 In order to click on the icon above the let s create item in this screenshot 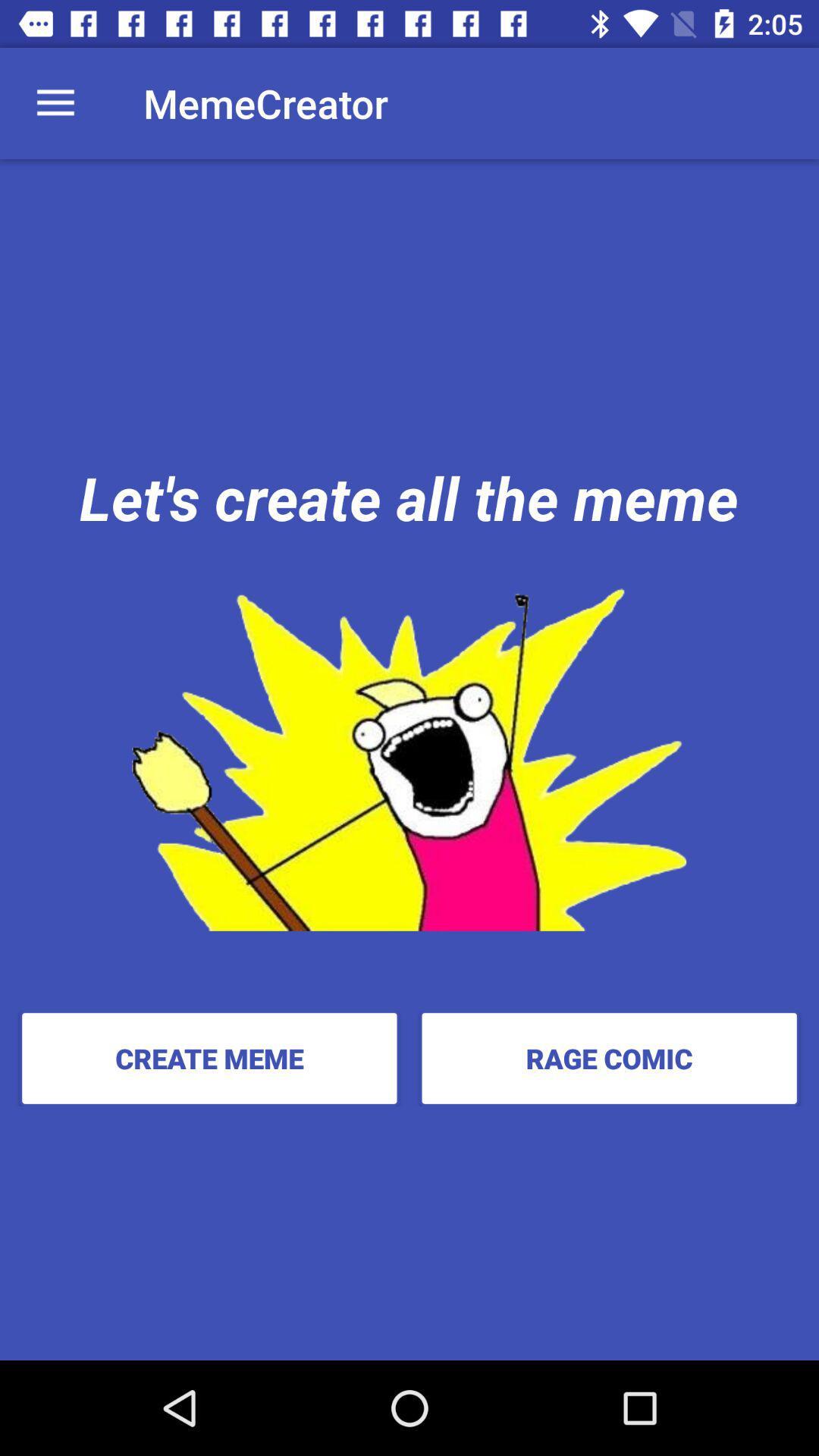, I will do `click(55, 102)`.